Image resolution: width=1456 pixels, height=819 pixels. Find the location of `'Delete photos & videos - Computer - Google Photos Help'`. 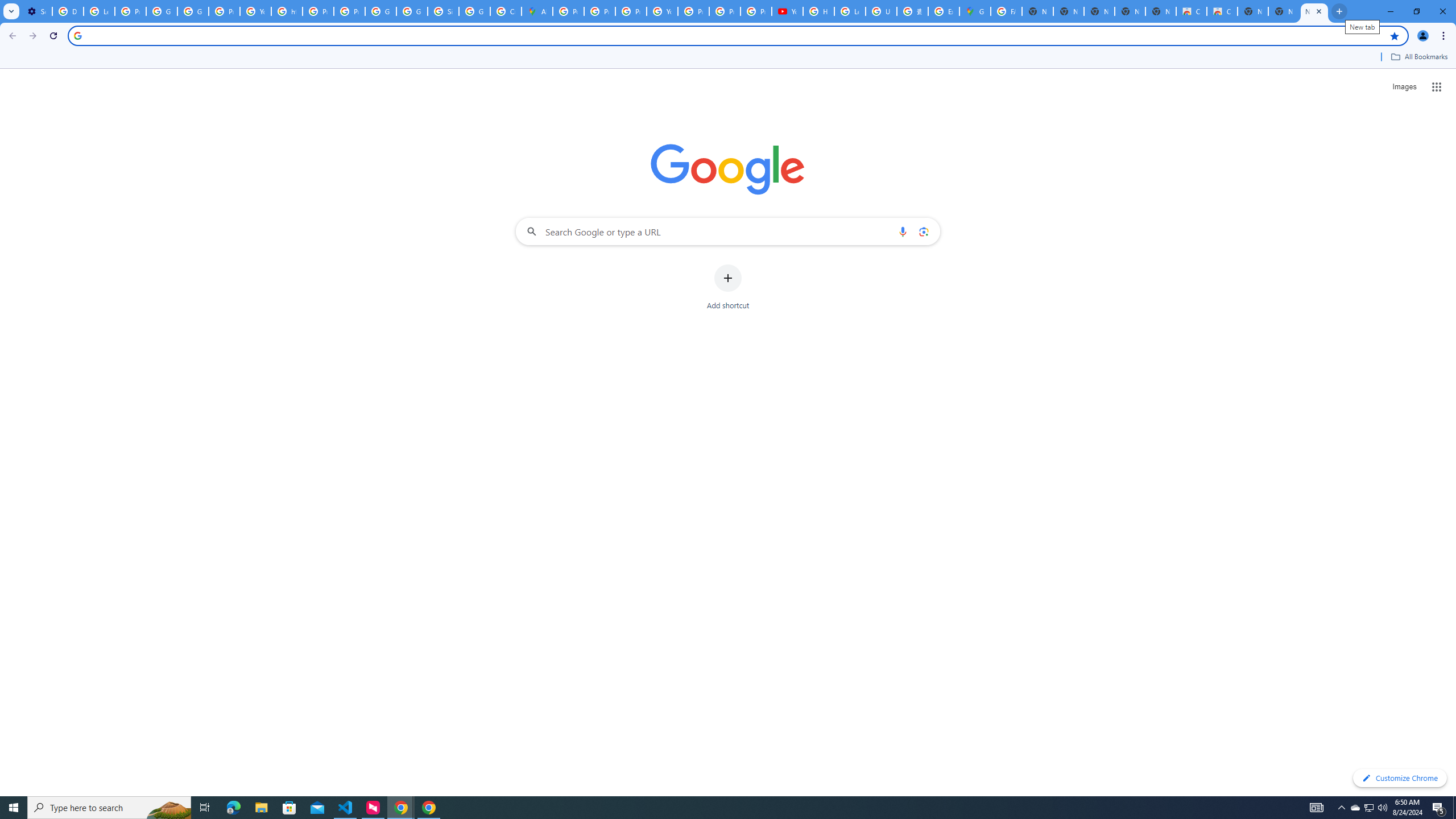

'Delete photos & videos - Computer - Google Photos Help' is located at coordinates (67, 11).